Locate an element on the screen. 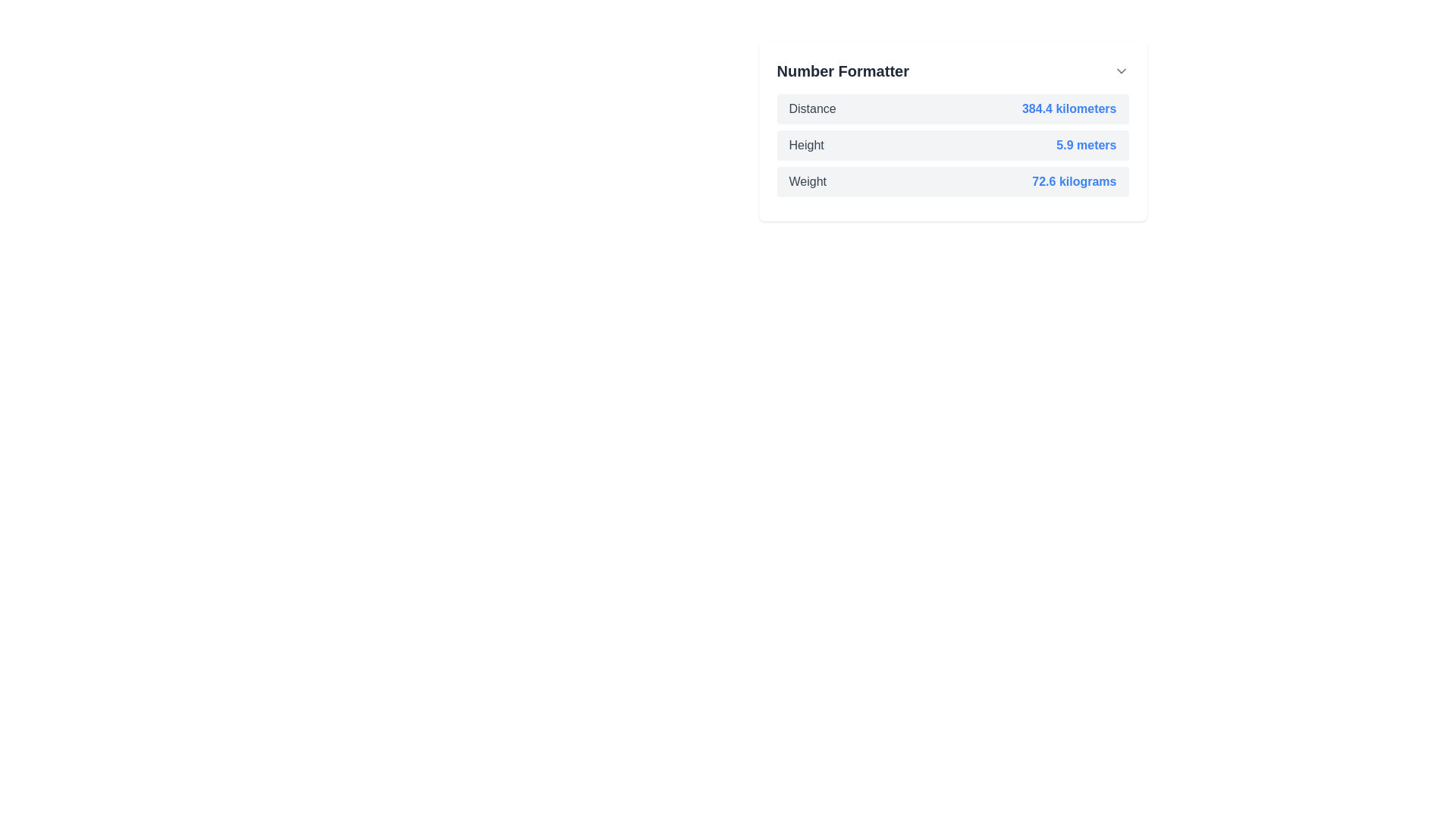 The image size is (1456, 819). the 'Weight' text label that indicates the type of measurement displayed to its right, which is '72.6 kilograms' is located at coordinates (807, 180).